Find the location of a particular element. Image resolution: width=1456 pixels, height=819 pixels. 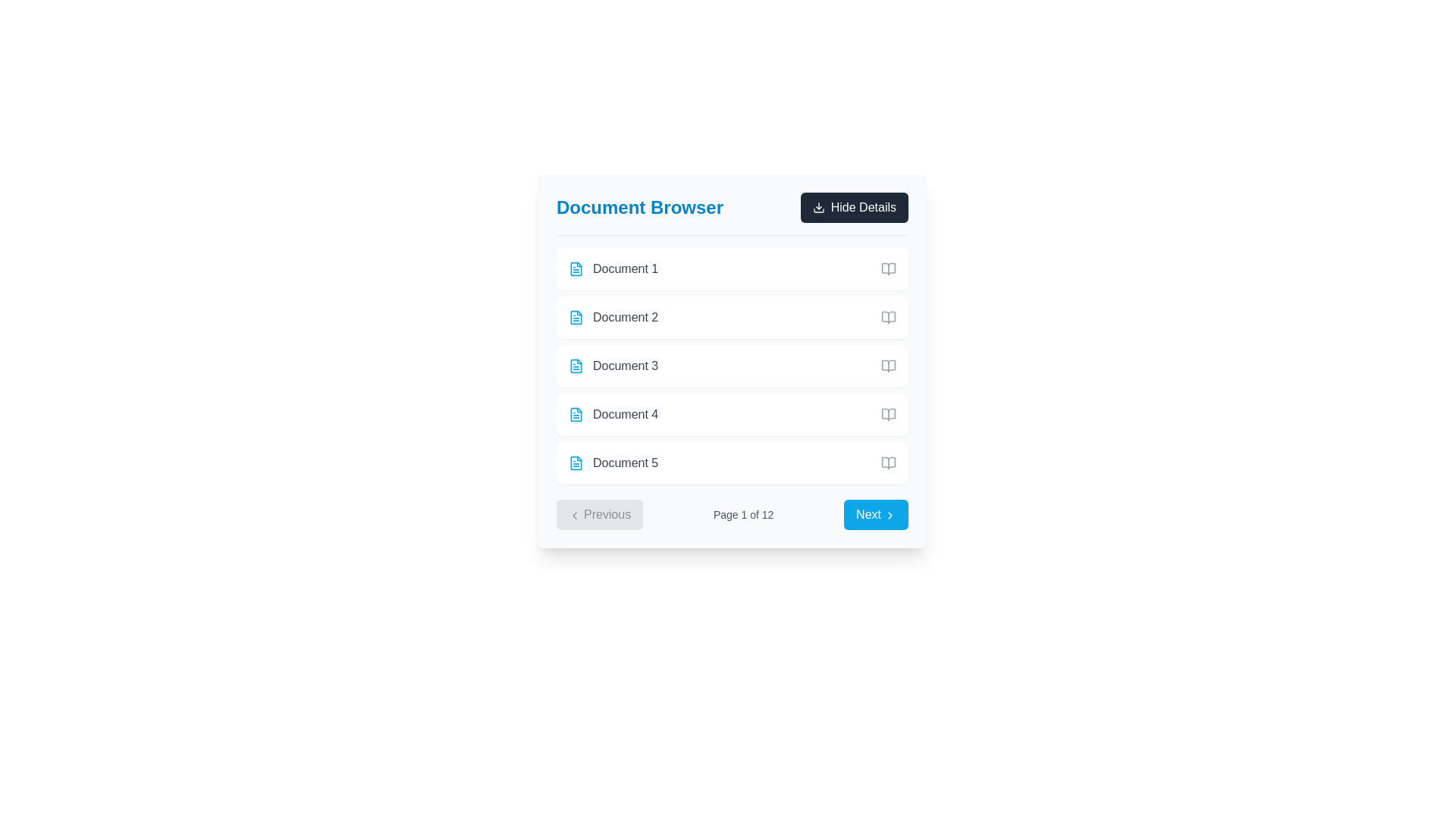

the Icon Button located in the 'Document Browser' panel, specifically the rightmost element in the row titled 'Document 1', to change its color is located at coordinates (888, 268).